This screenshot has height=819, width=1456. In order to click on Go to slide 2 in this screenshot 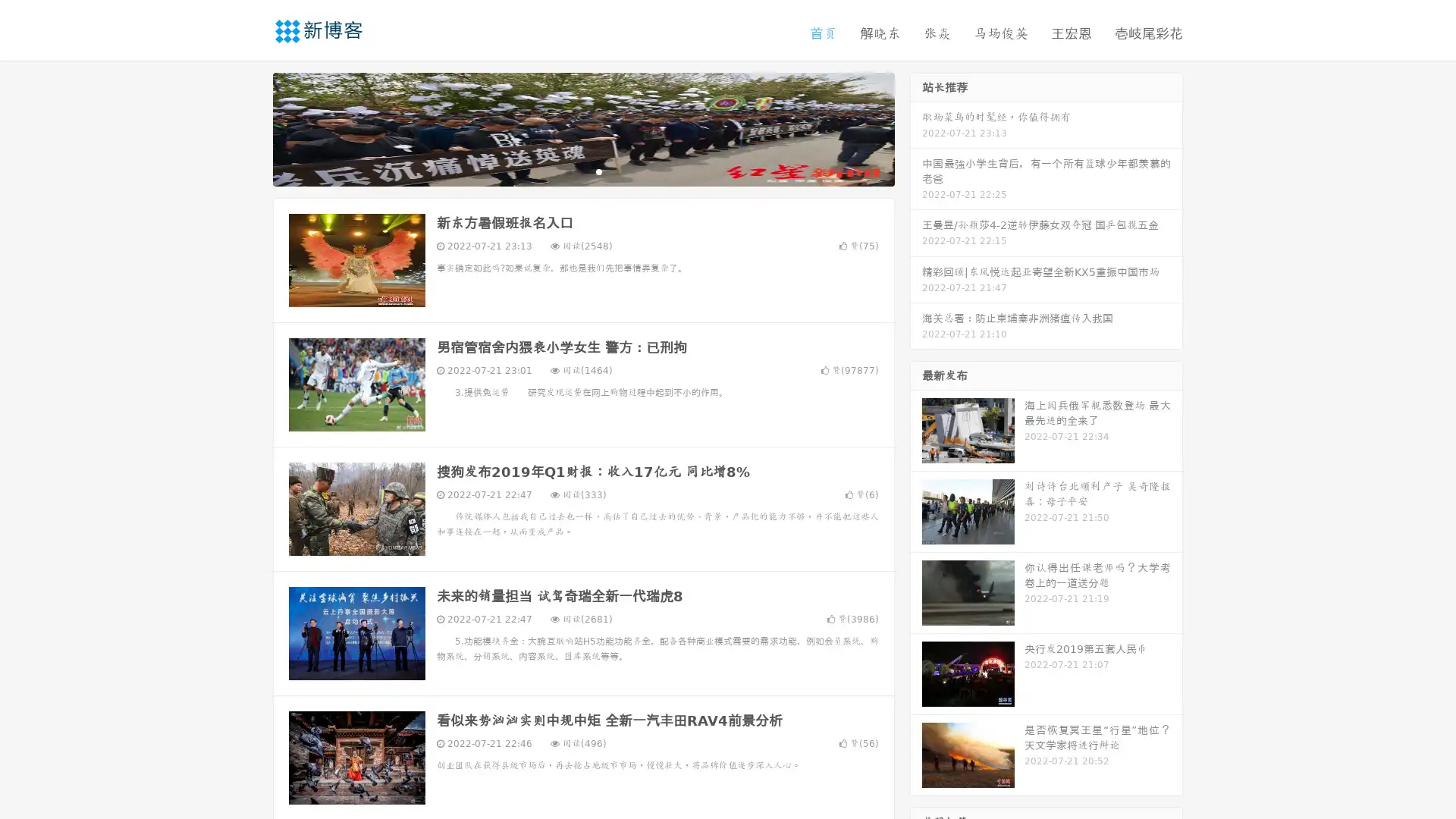, I will do `click(582, 171)`.